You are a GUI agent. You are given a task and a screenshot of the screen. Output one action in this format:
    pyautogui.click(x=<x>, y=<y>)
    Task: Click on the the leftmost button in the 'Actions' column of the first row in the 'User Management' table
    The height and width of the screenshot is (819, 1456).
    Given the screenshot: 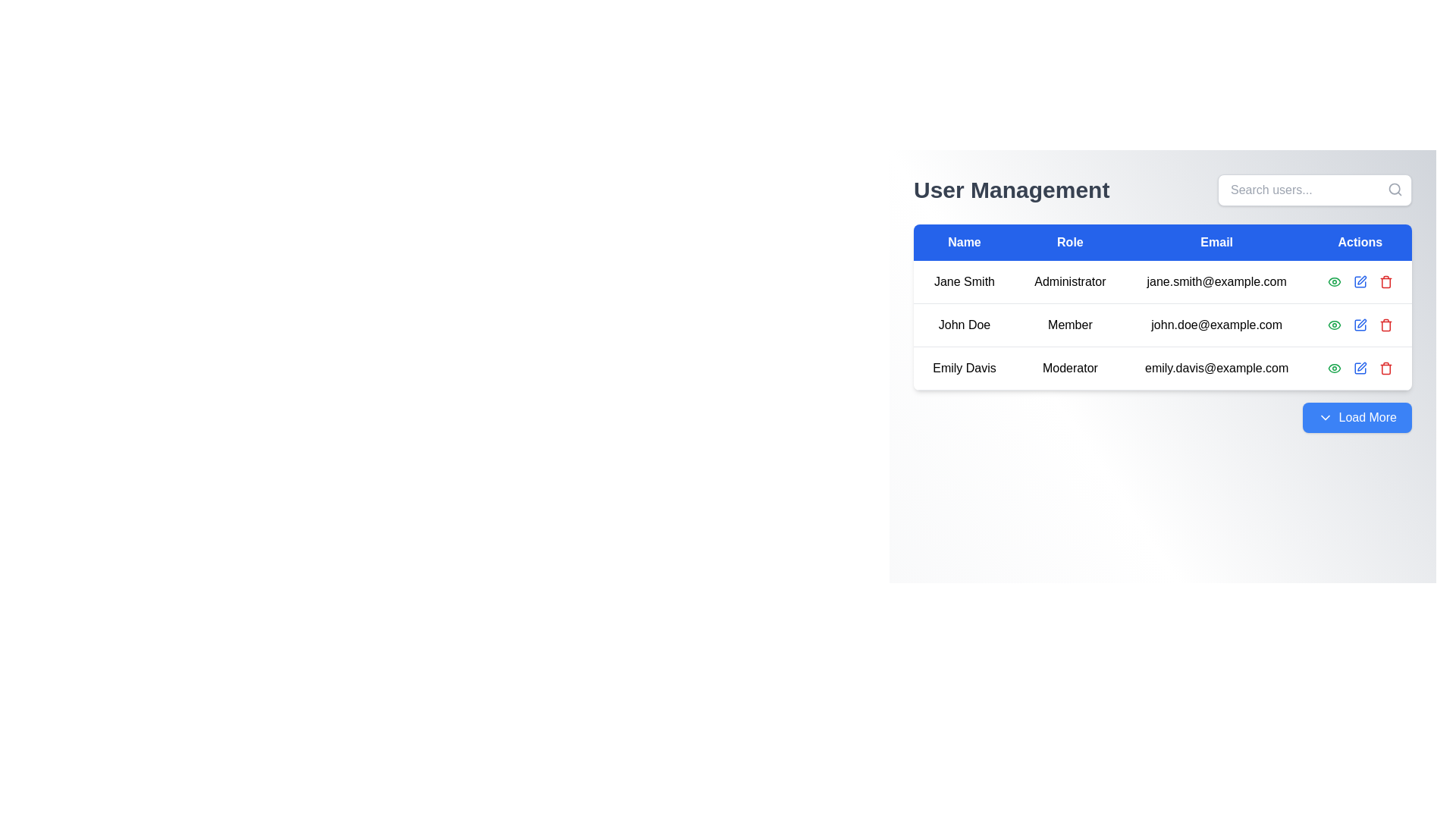 What is the action you would take?
    pyautogui.click(x=1333, y=281)
    